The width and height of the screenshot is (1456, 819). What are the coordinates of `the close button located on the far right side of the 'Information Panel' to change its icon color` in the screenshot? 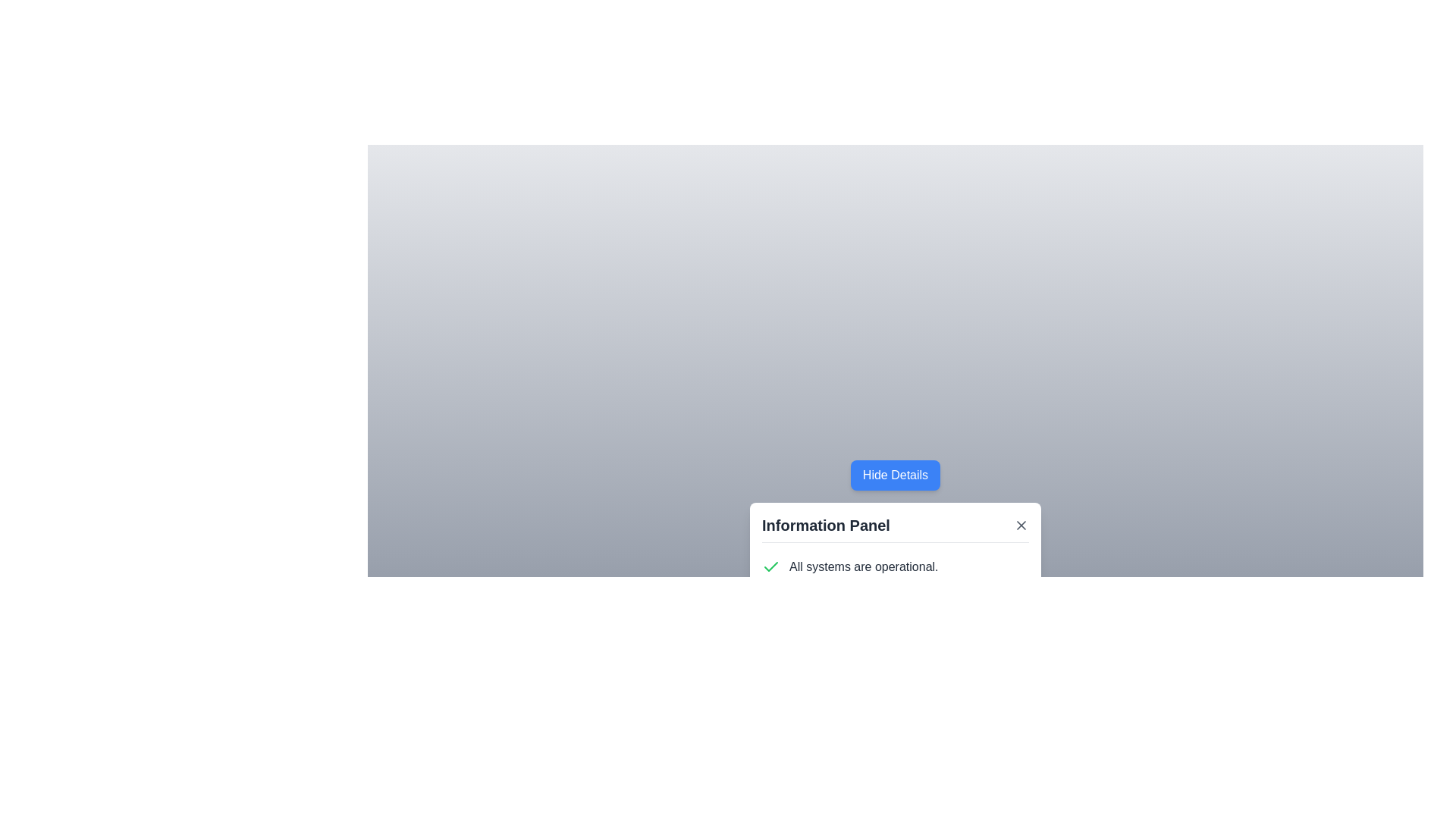 It's located at (1021, 523).